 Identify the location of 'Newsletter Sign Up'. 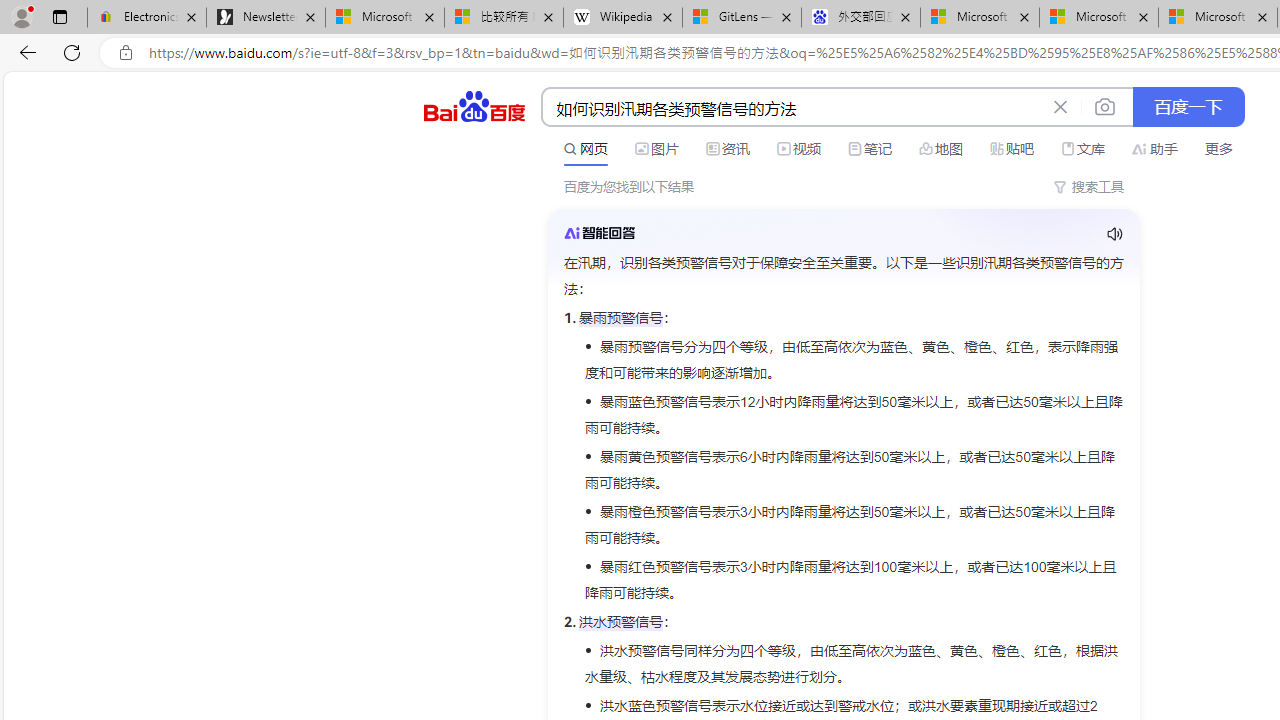
(265, 17).